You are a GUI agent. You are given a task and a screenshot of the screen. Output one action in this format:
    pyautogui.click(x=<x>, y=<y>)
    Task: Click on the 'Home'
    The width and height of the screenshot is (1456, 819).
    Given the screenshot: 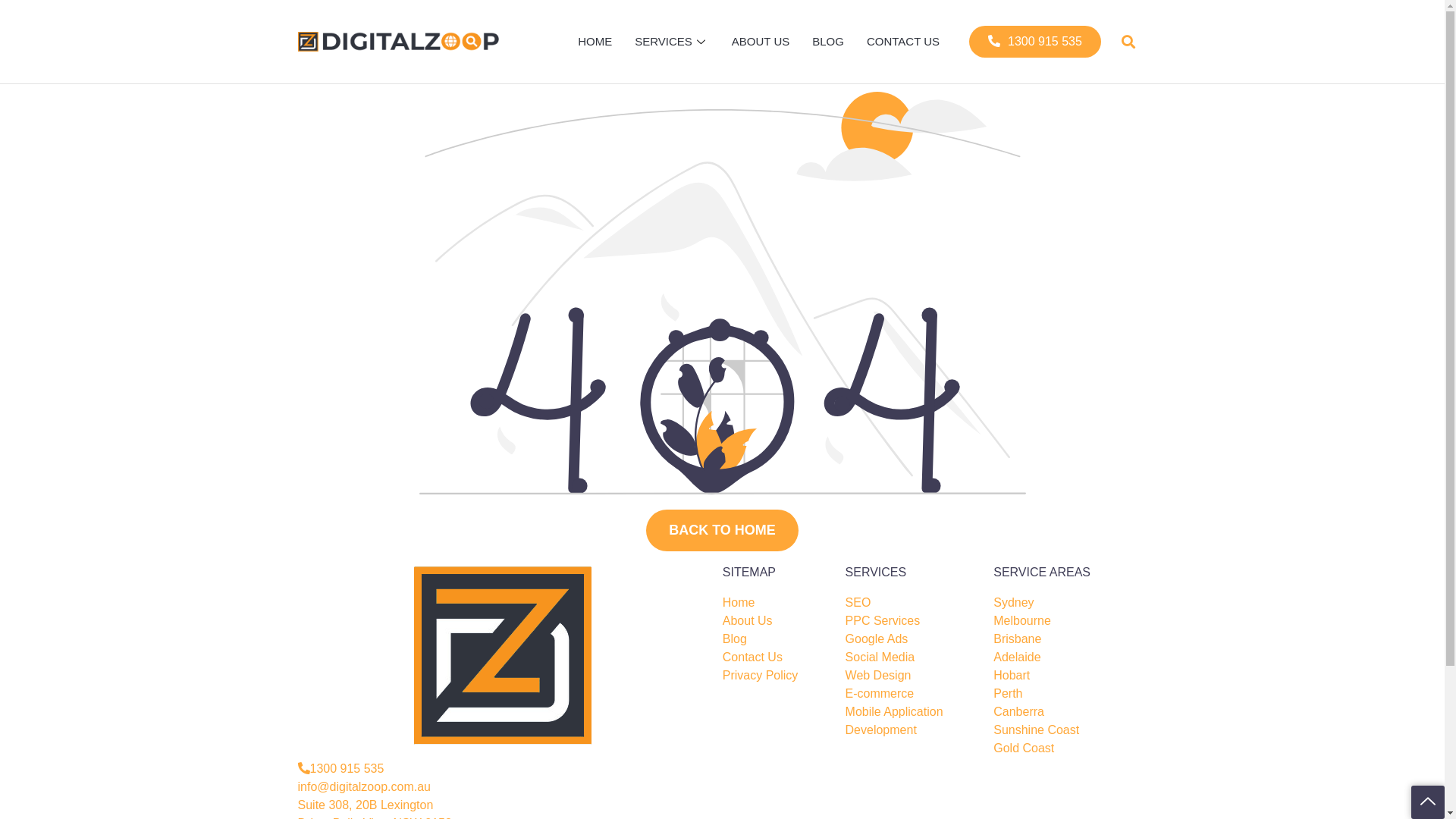 What is the action you would take?
    pyautogui.click(x=739, y=601)
    